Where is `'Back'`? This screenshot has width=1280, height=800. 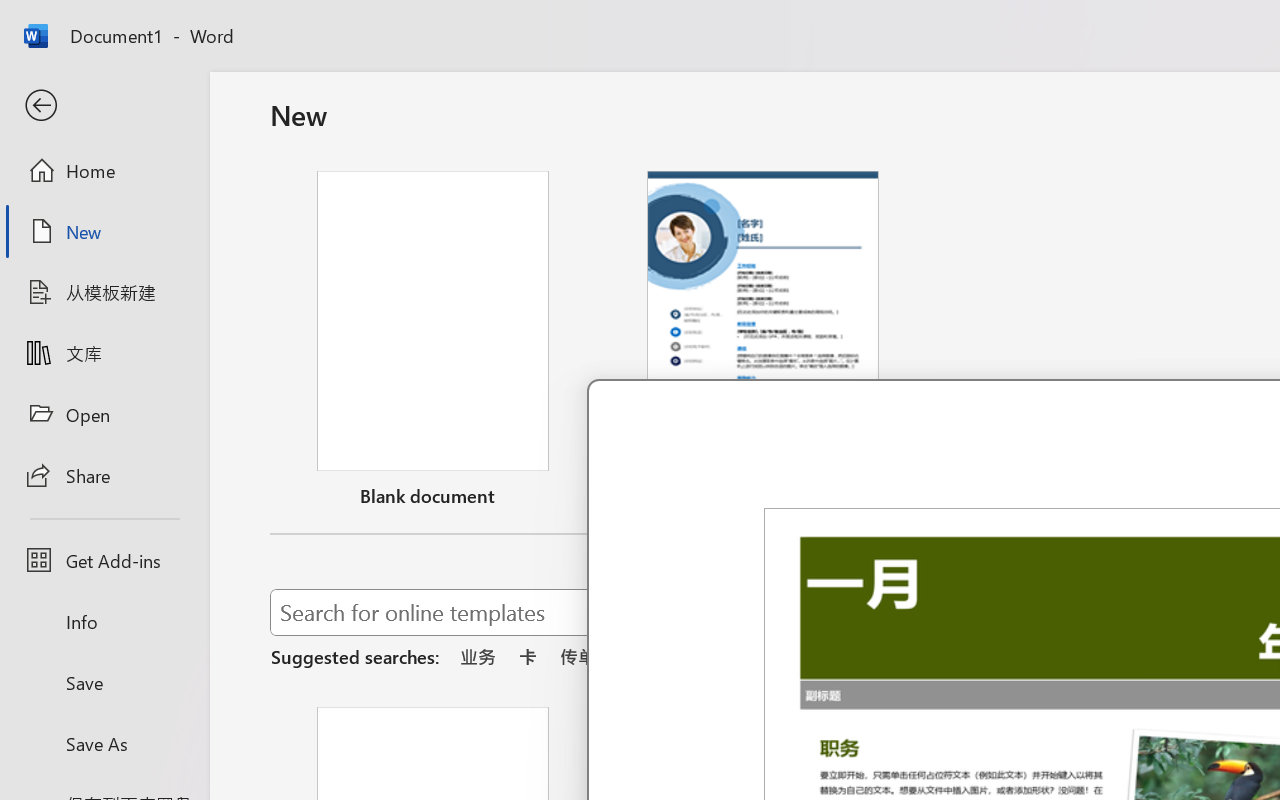
'Back' is located at coordinates (103, 105).